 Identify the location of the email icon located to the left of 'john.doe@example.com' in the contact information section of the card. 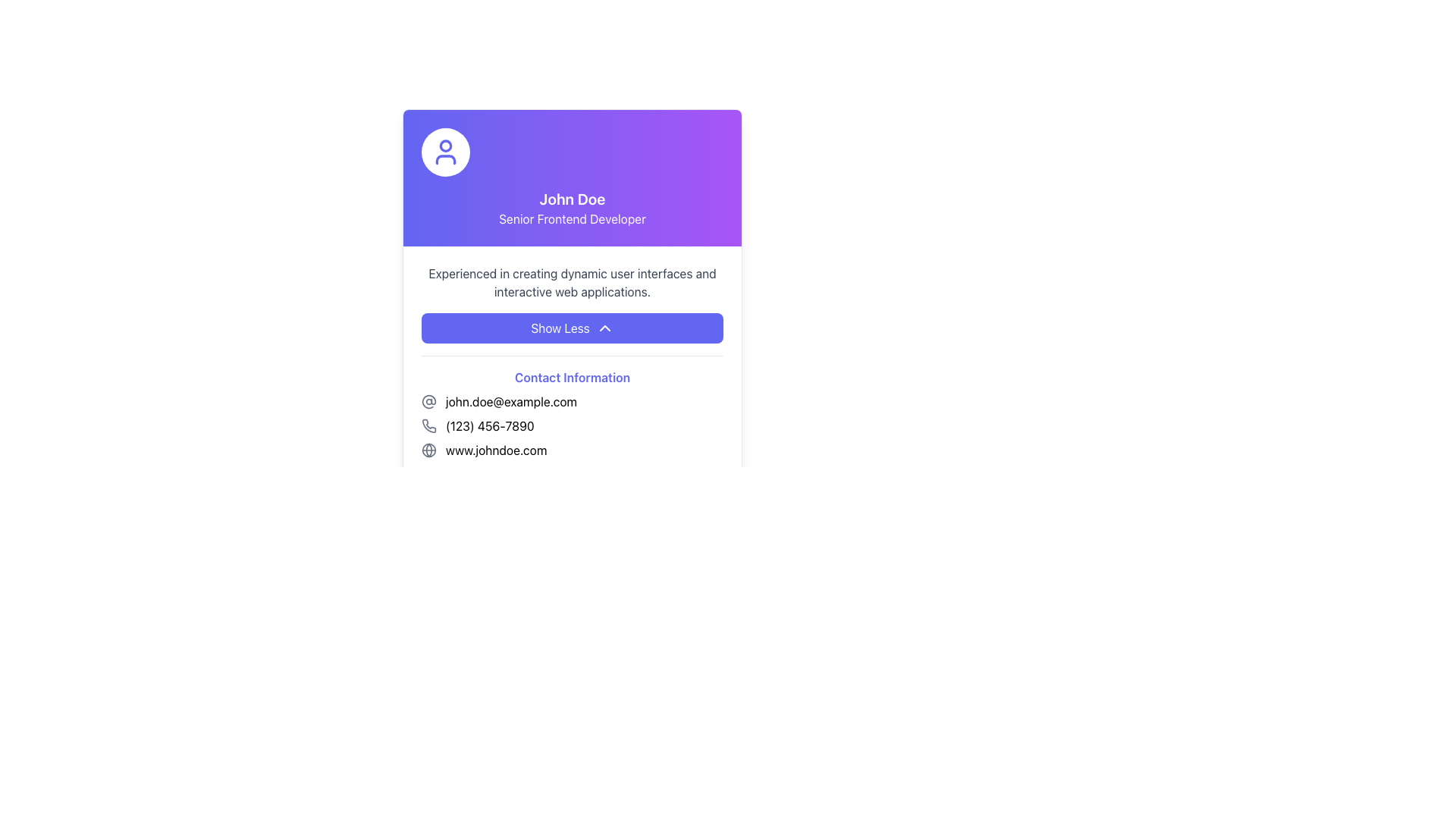
(428, 400).